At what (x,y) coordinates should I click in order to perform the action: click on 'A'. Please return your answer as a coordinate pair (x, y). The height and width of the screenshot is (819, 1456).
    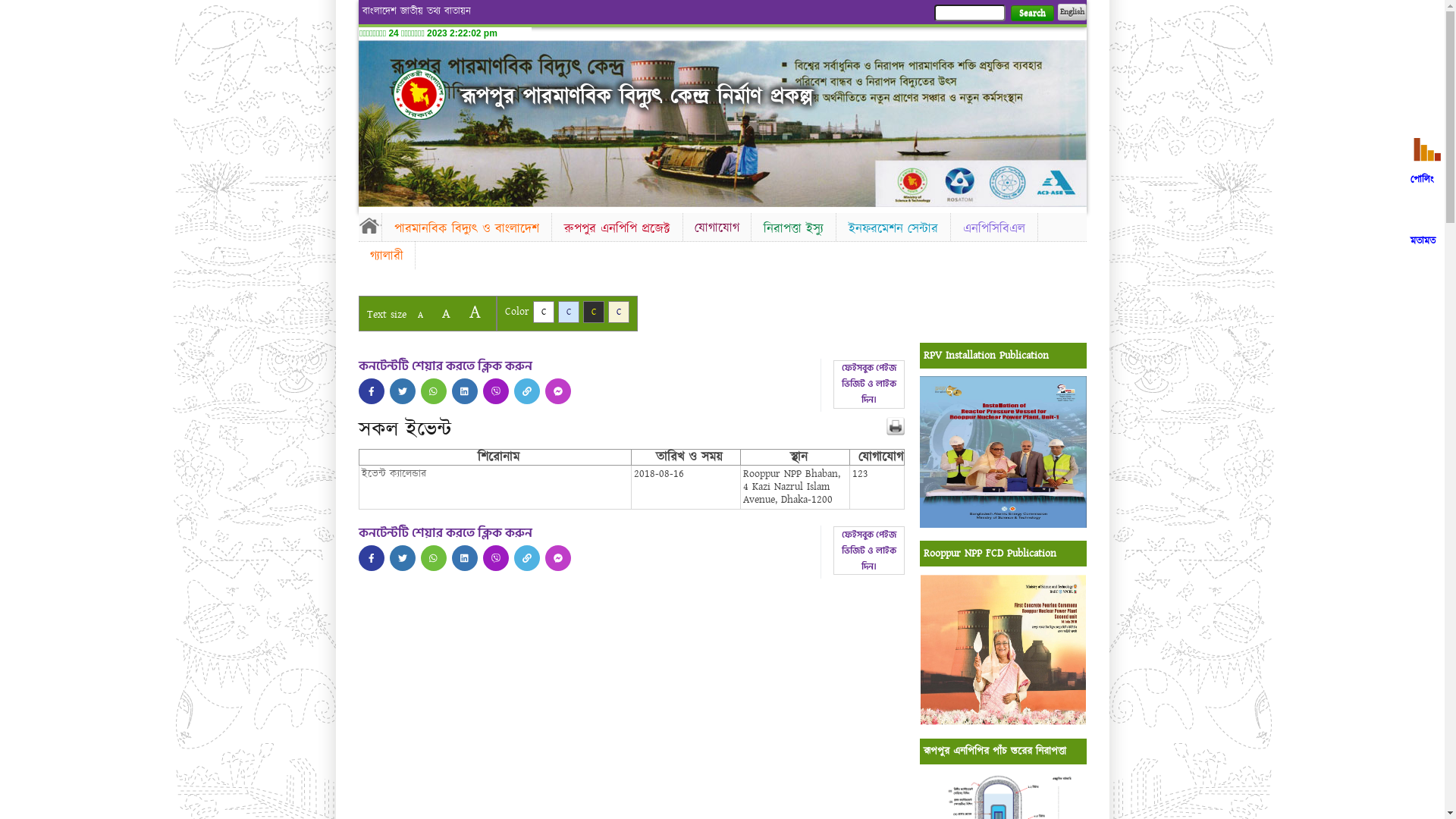
    Looking at the image, I should click on (419, 314).